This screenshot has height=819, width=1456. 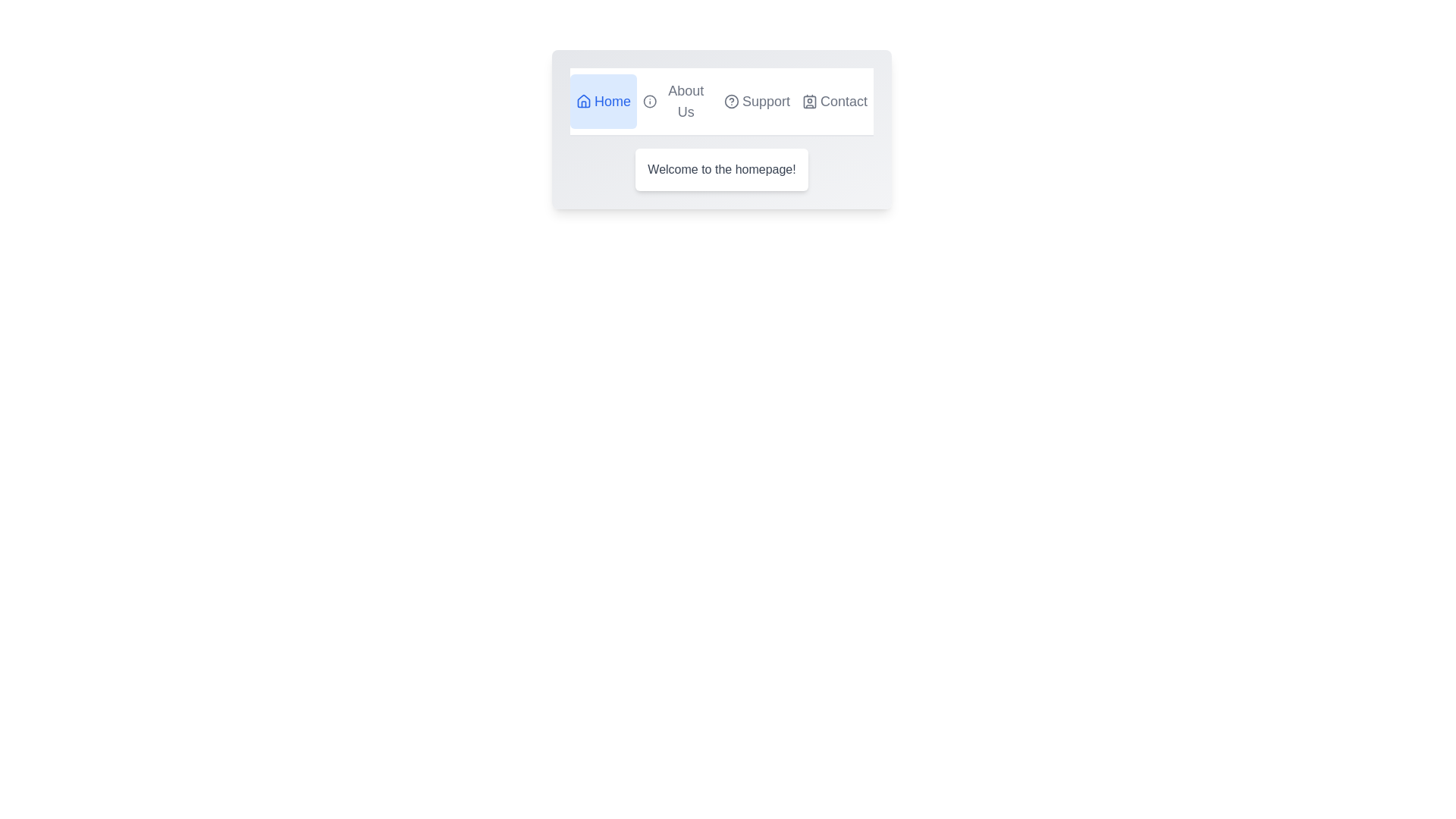 I want to click on the tab labeled 'Support' to preview its hover effect, so click(x=757, y=102).